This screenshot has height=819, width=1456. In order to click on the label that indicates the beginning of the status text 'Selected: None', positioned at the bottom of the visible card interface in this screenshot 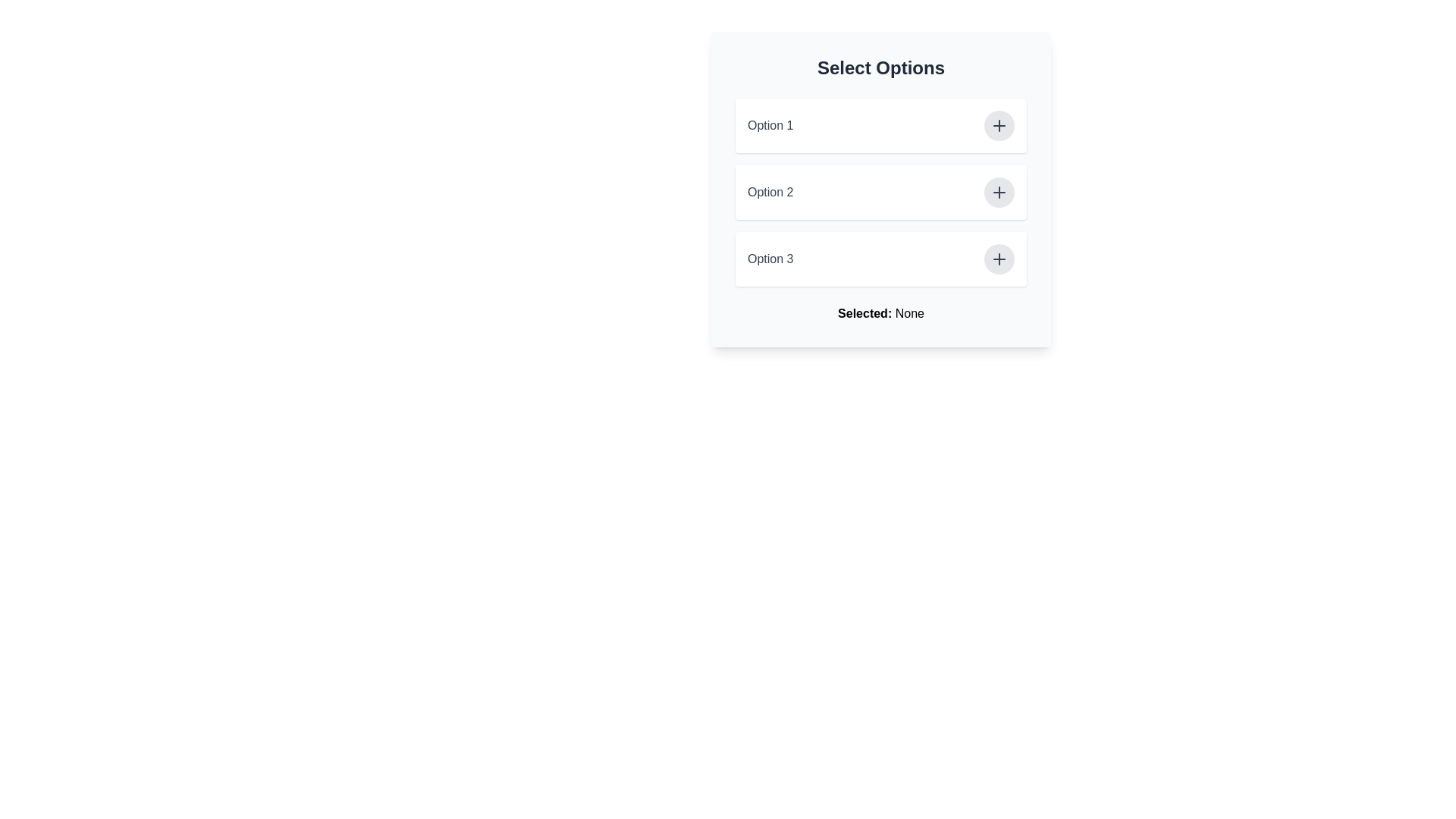, I will do `click(864, 312)`.